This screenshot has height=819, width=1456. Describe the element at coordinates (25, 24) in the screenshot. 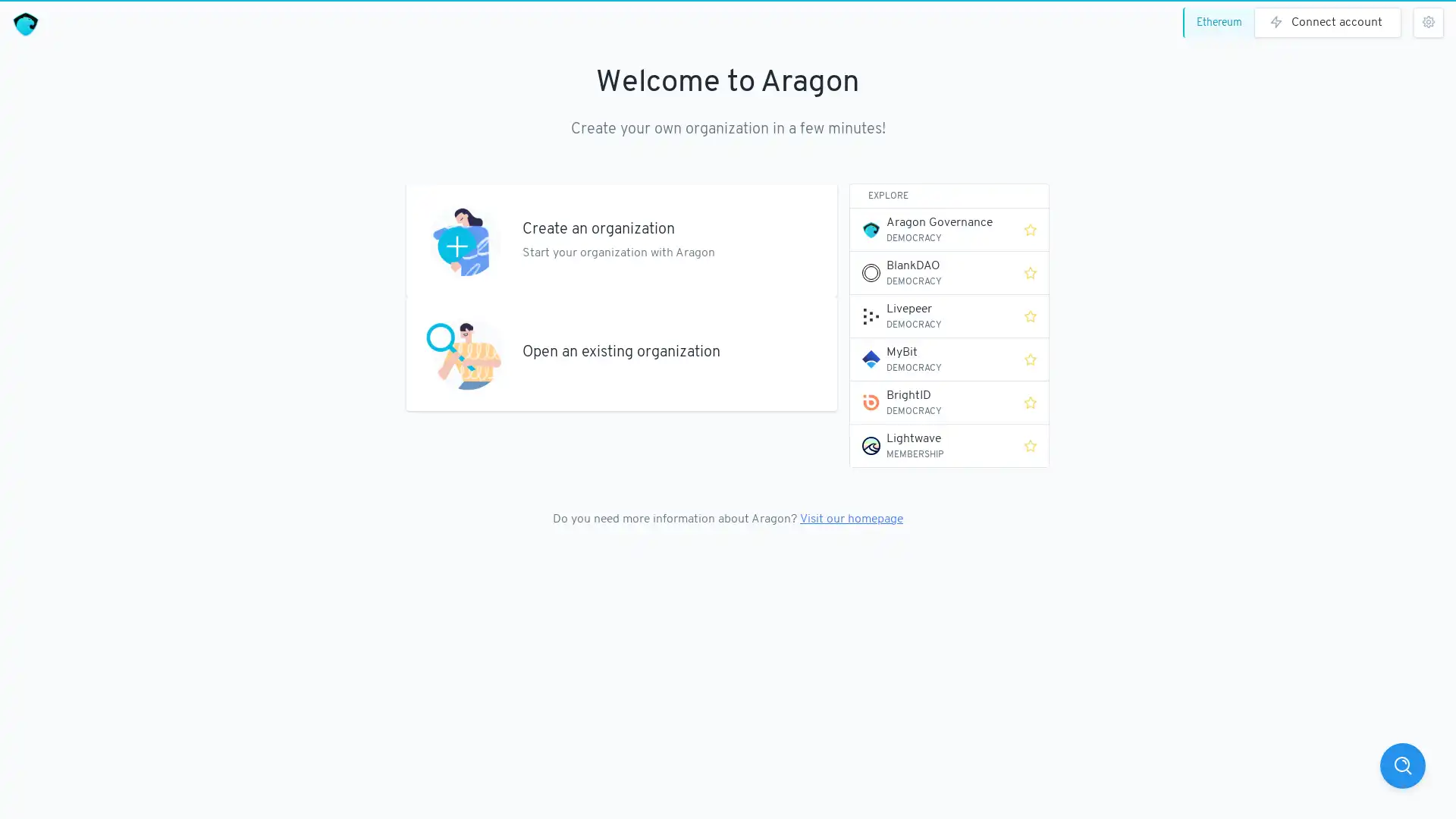

I see `Back to home` at that location.